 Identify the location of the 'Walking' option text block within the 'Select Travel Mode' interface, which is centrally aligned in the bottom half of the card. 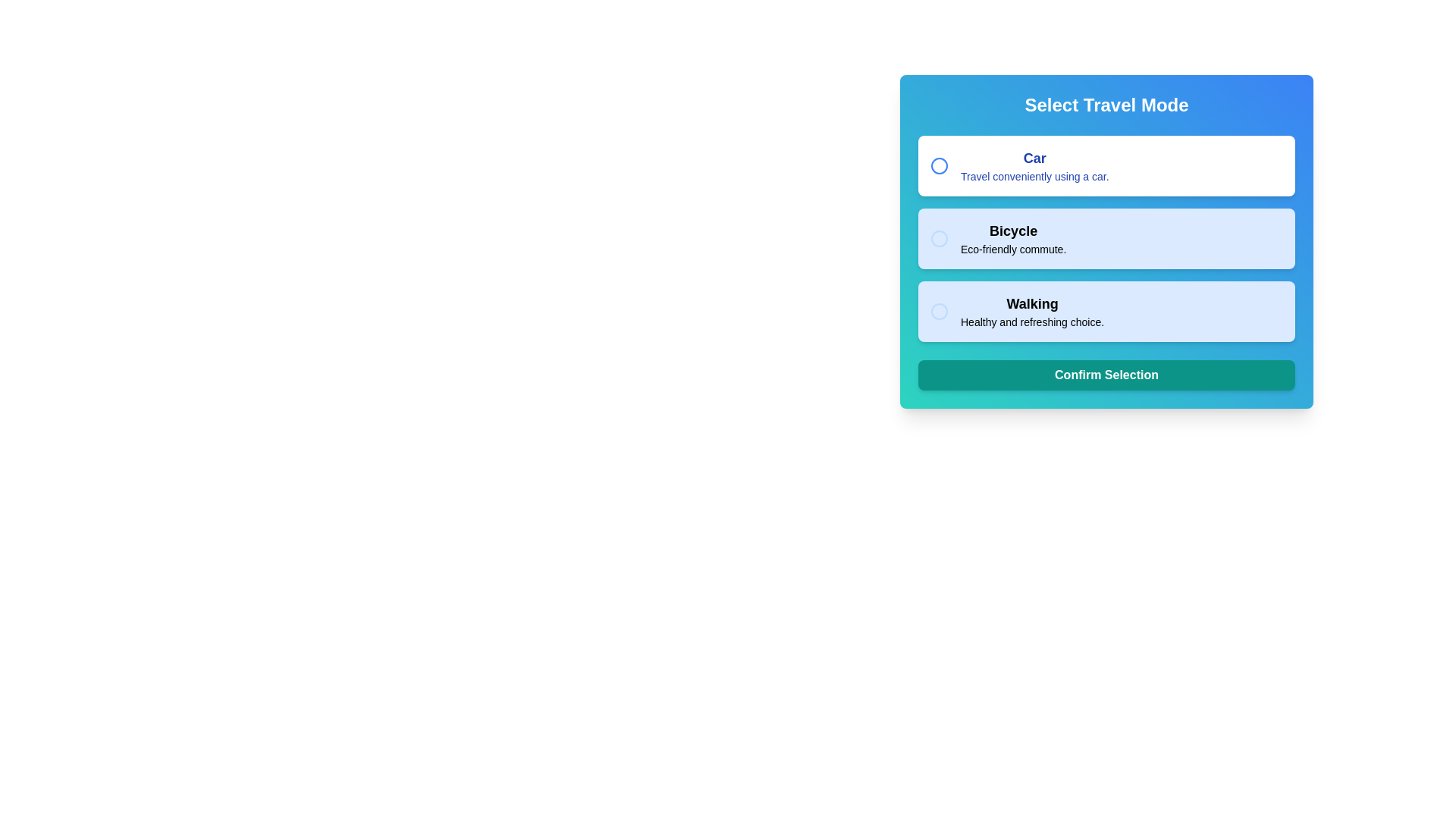
(1031, 311).